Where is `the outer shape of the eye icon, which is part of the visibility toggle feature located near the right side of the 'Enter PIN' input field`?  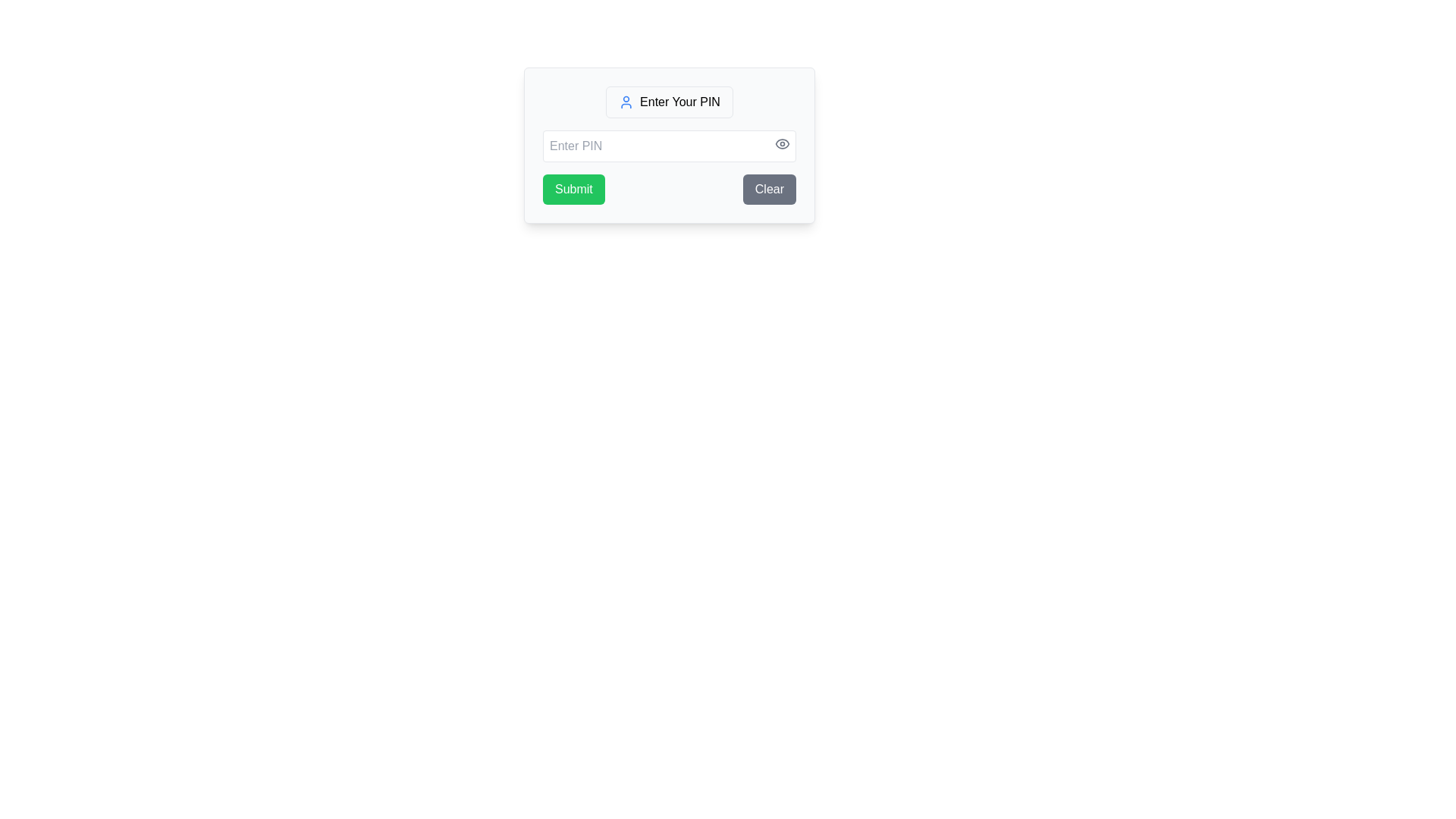 the outer shape of the eye icon, which is part of the visibility toggle feature located near the right side of the 'Enter PIN' input field is located at coordinates (783, 143).